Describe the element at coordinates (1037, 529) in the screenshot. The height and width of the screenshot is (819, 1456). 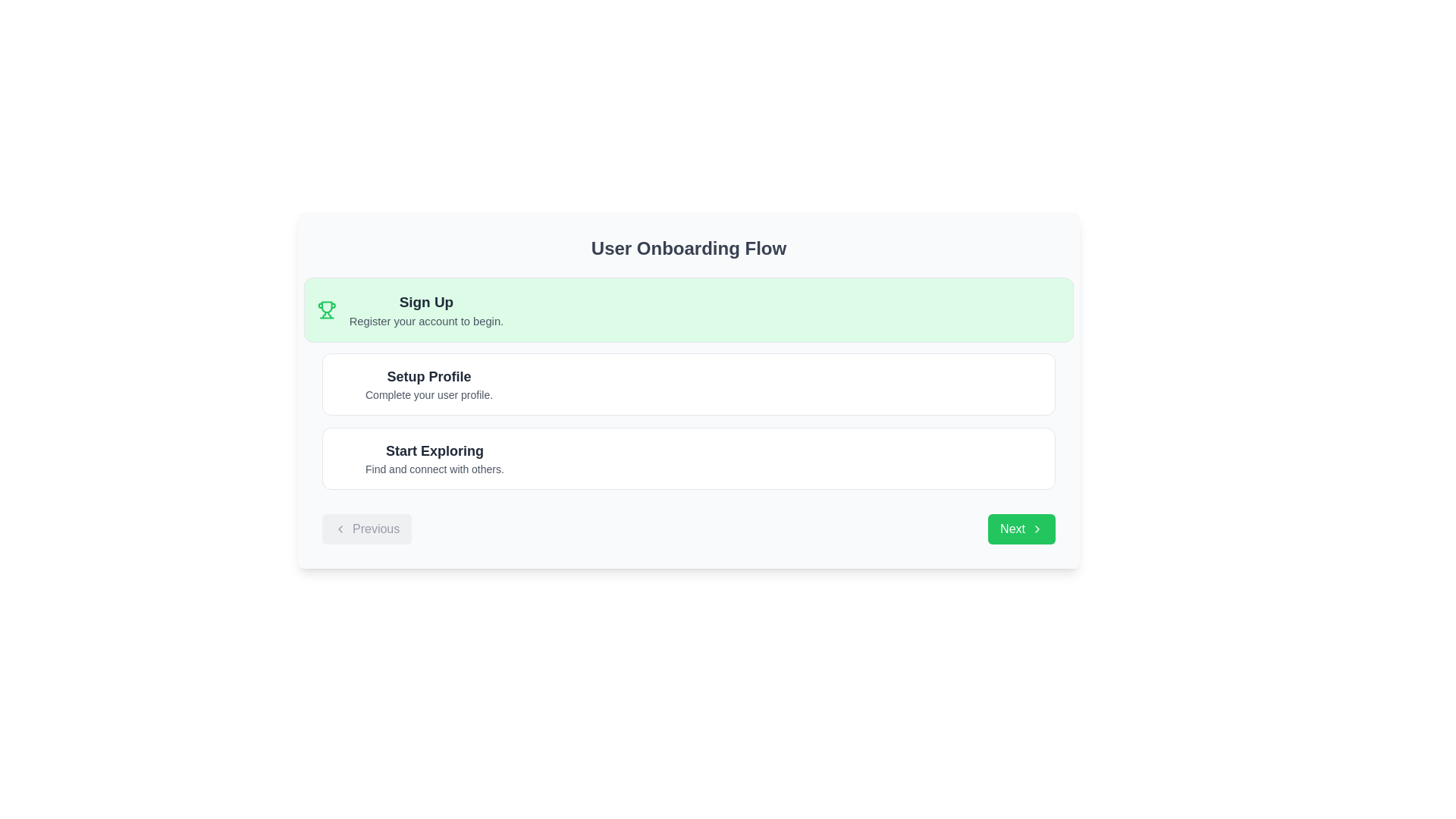
I see `the forward navigation icon located within the 'Next' button in the bottom-right corner of the user interface` at that location.